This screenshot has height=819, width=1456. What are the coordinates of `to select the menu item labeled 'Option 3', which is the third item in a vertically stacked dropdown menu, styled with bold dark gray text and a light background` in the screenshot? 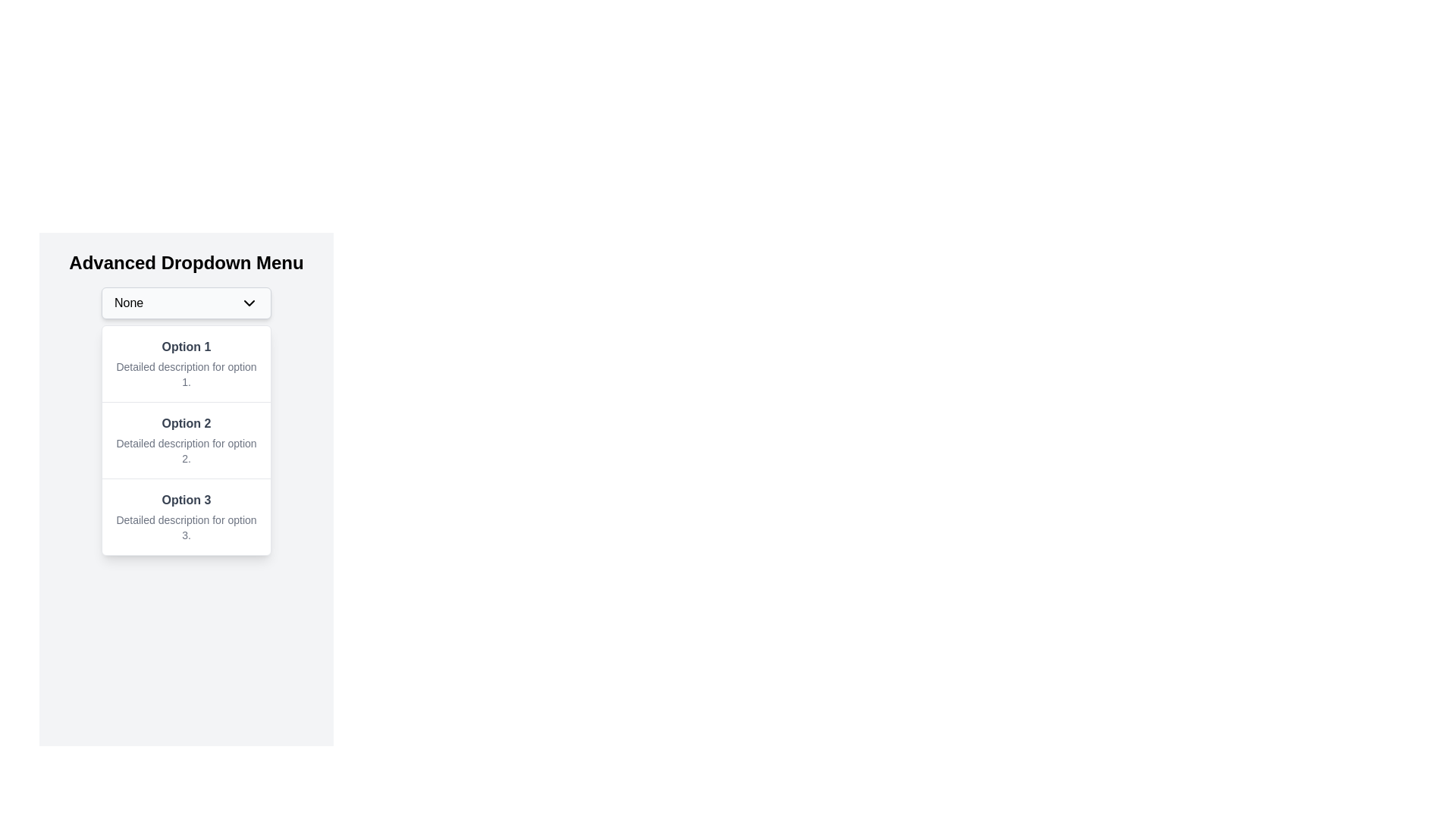 It's located at (185, 516).